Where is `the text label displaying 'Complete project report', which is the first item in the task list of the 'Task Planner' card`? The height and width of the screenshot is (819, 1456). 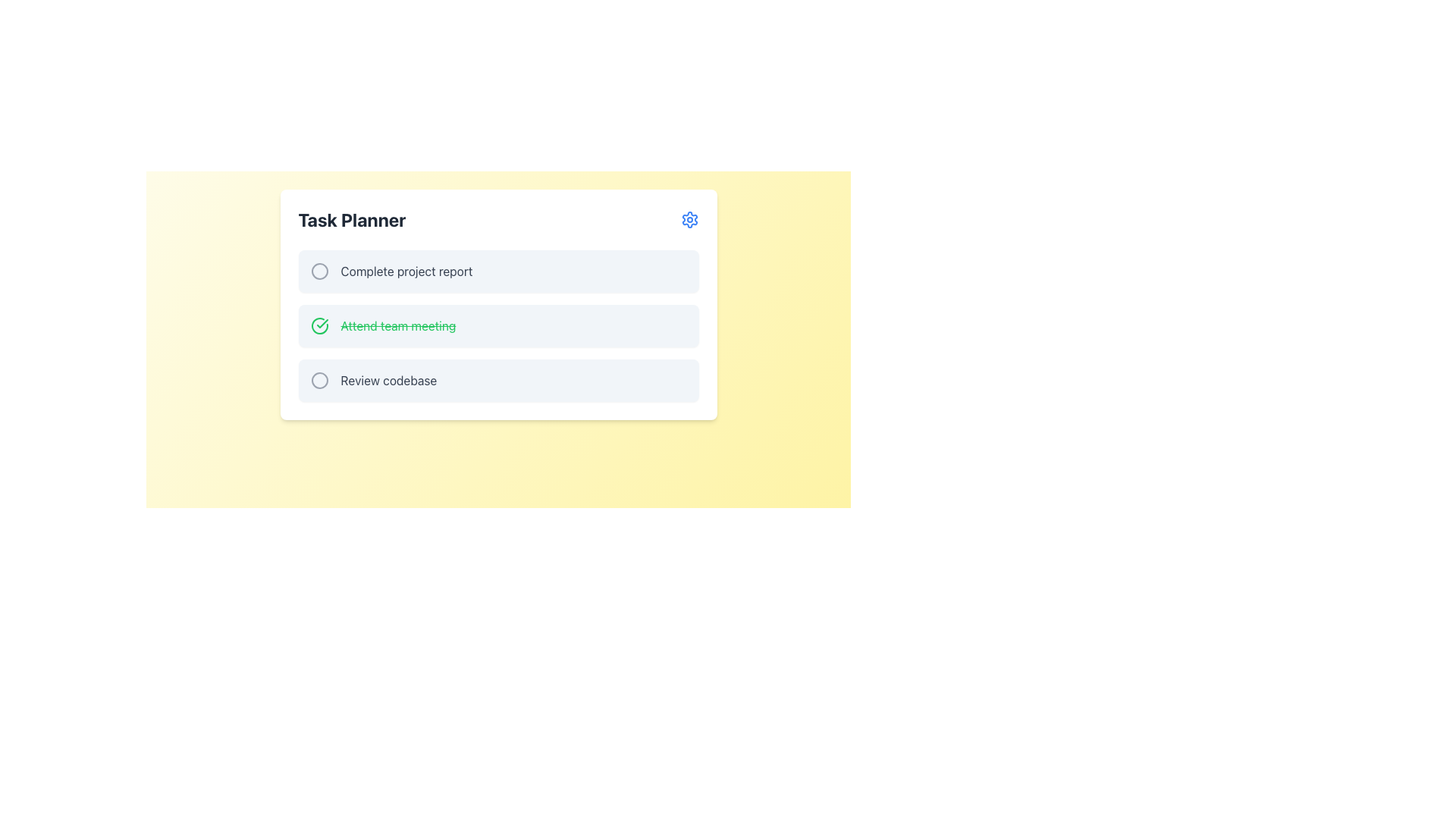 the text label displaying 'Complete project report', which is the first item in the task list of the 'Task Planner' card is located at coordinates (391, 271).